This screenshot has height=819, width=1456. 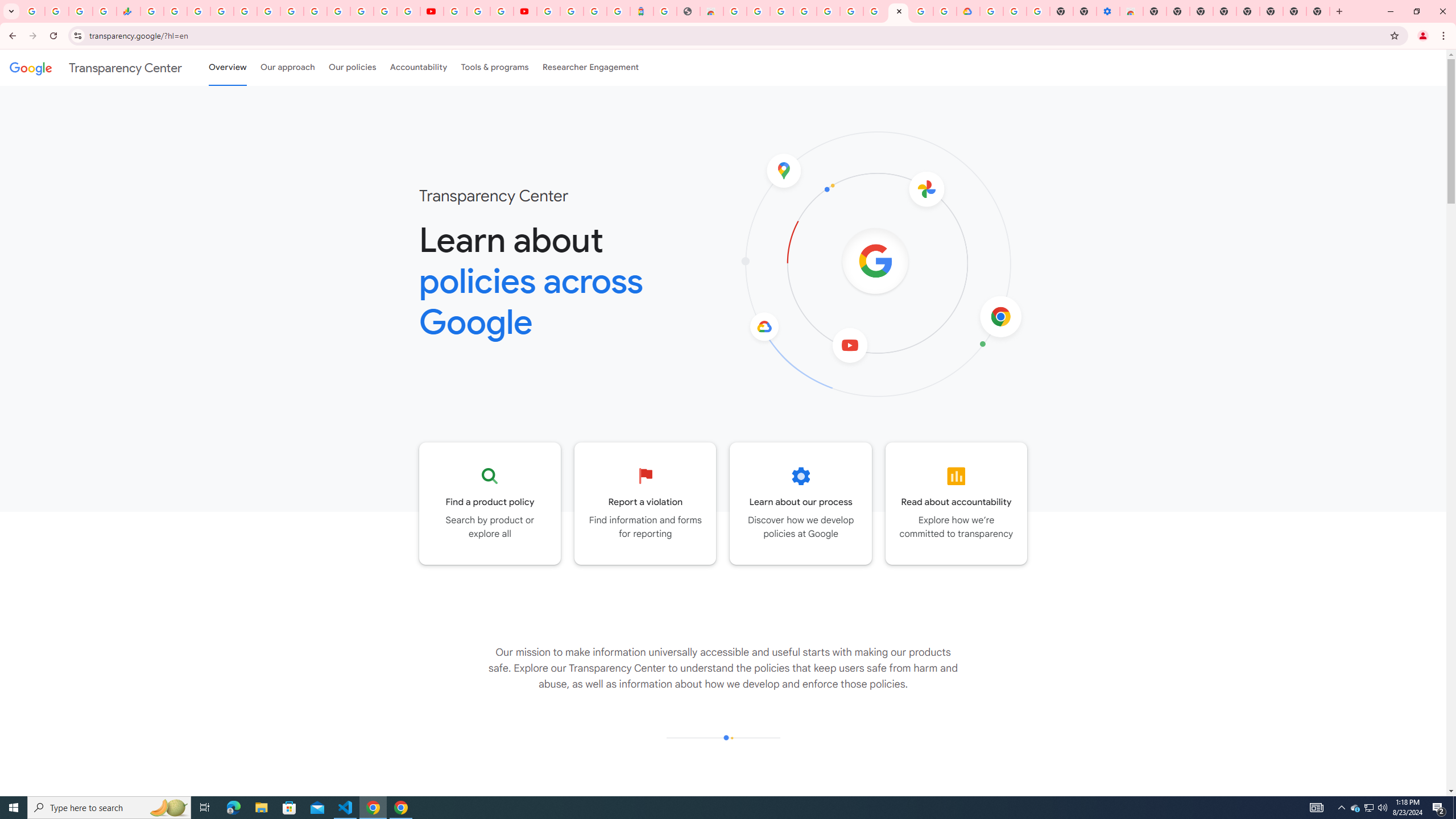 What do you see at coordinates (287, 67) in the screenshot?
I see `'Our approach'` at bounding box center [287, 67].